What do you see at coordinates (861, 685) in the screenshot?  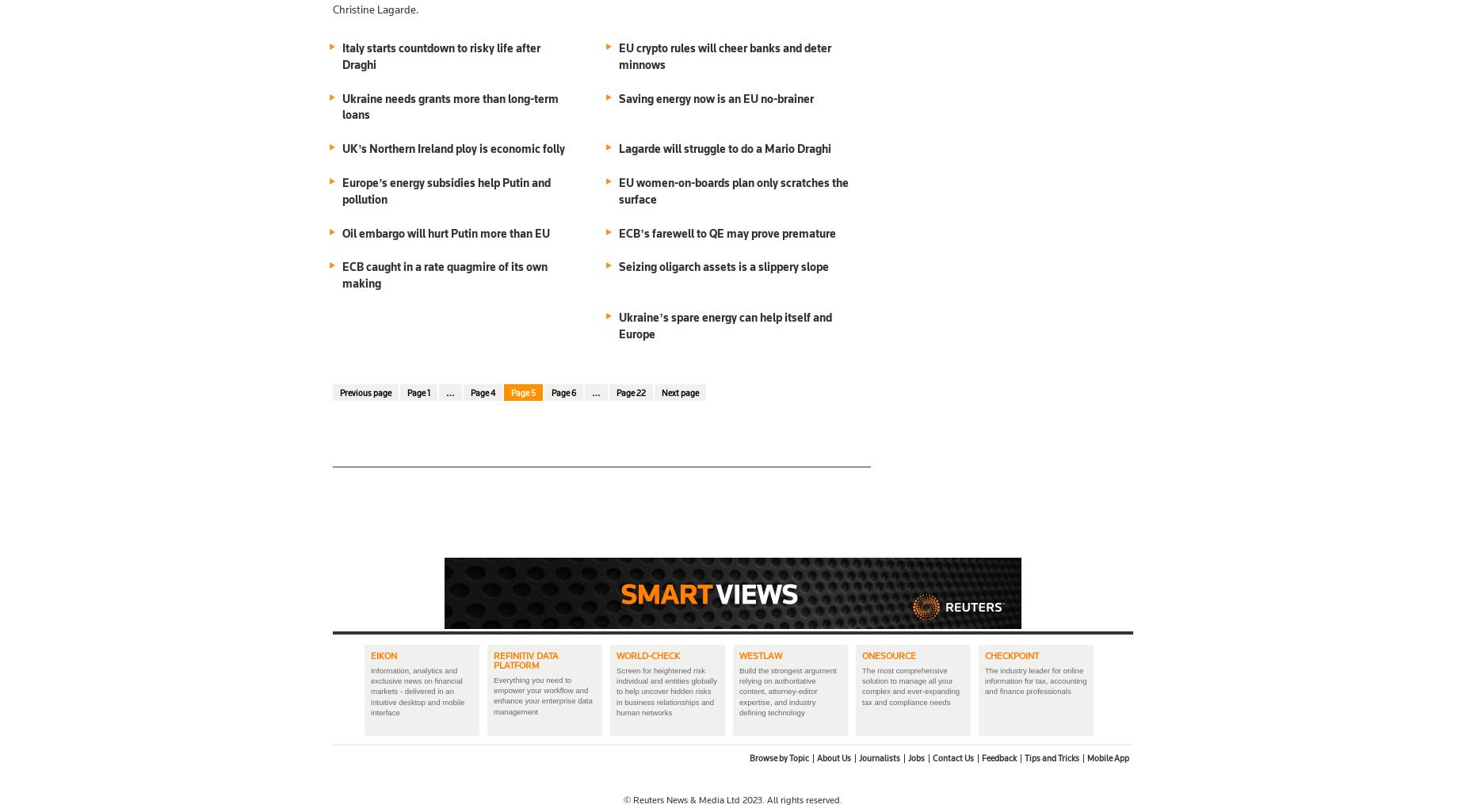 I see `'The most comprehensive solution to manage all your complex and ever-expanding tax and compliance needs'` at bounding box center [861, 685].